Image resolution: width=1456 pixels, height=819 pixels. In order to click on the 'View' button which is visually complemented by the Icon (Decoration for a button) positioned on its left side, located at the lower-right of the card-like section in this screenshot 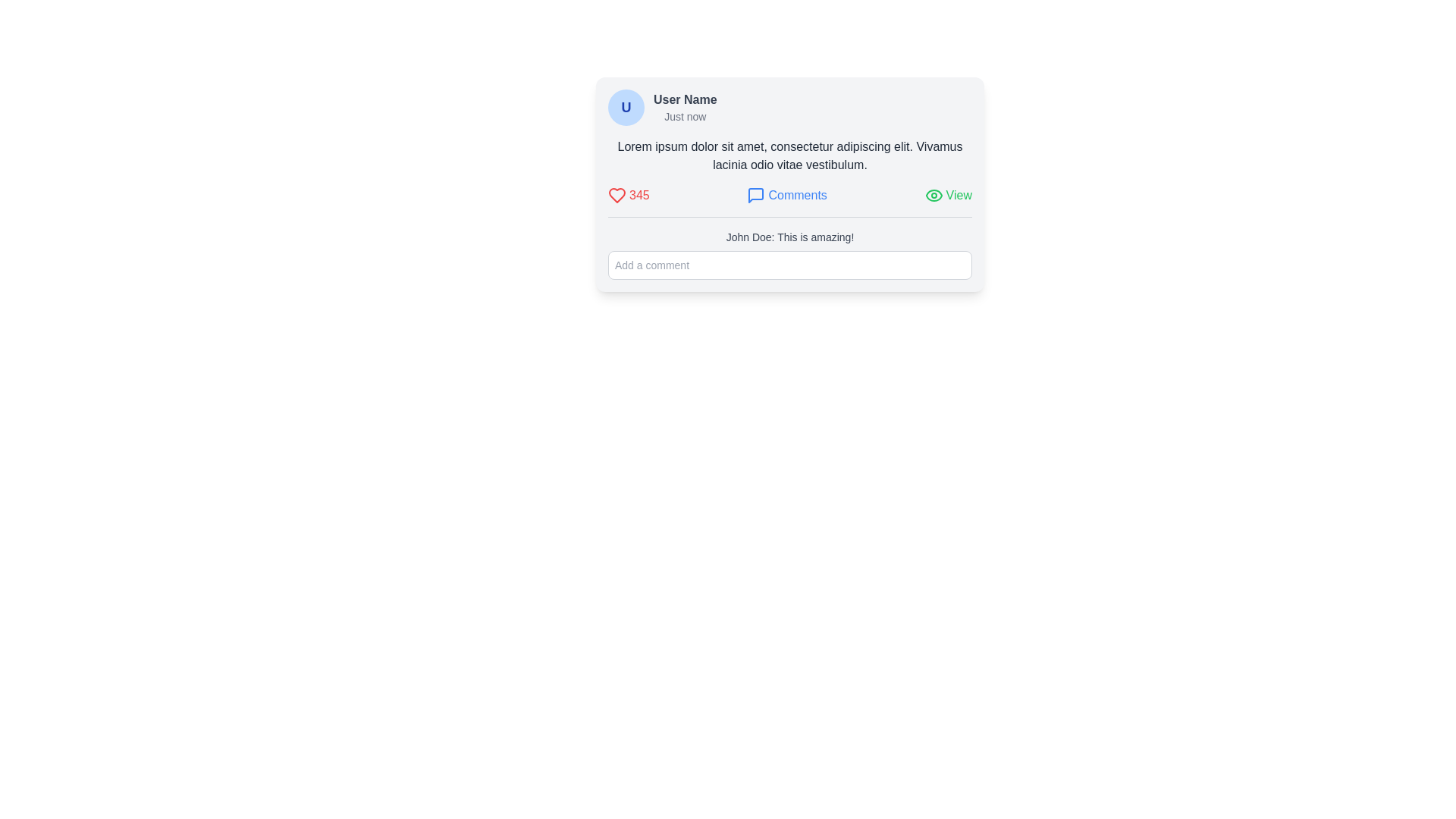, I will do `click(933, 195)`.